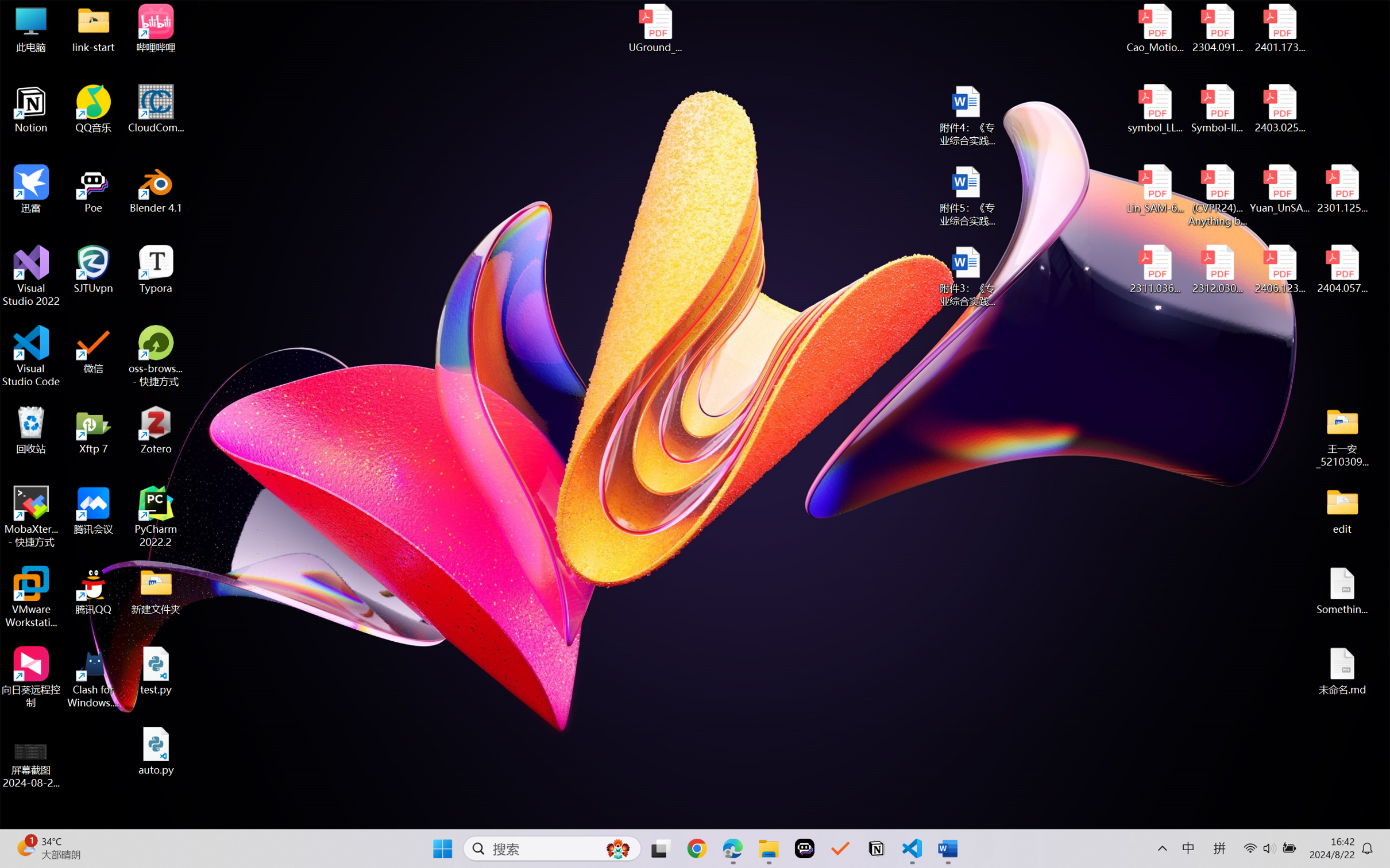 The image size is (1390, 868). What do you see at coordinates (1217, 109) in the screenshot?
I see `'Symbol-llm-v2.pdf'` at bounding box center [1217, 109].